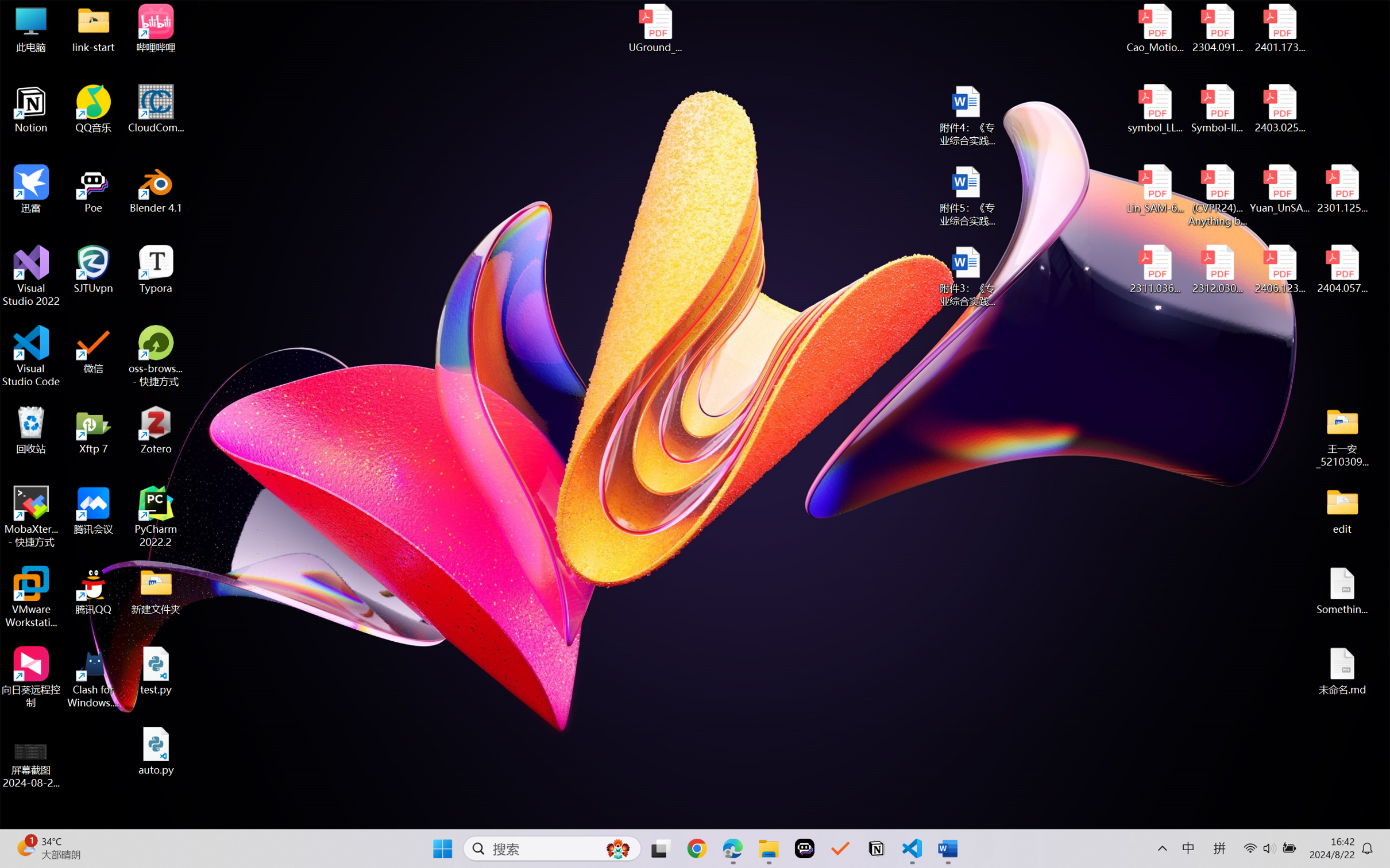 The image size is (1390, 868). What do you see at coordinates (1217, 109) in the screenshot?
I see `'Symbol-llm-v2.pdf'` at bounding box center [1217, 109].